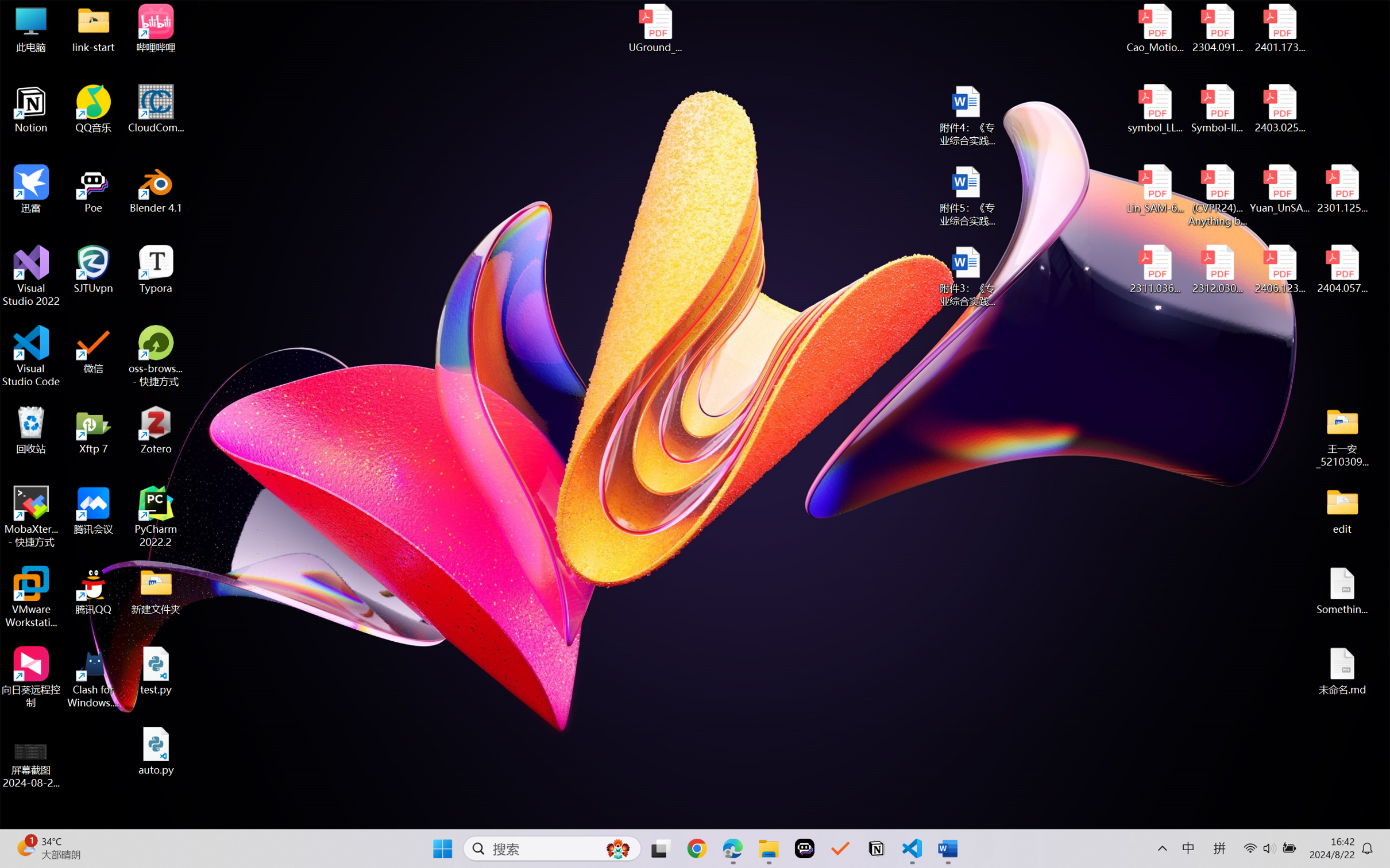 The image size is (1390, 868). What do you see at coordinates (1217, 109) in the screenshot?
I see `'Symbol-llm-v2.pdf'` at bounding box center [1217, 109].